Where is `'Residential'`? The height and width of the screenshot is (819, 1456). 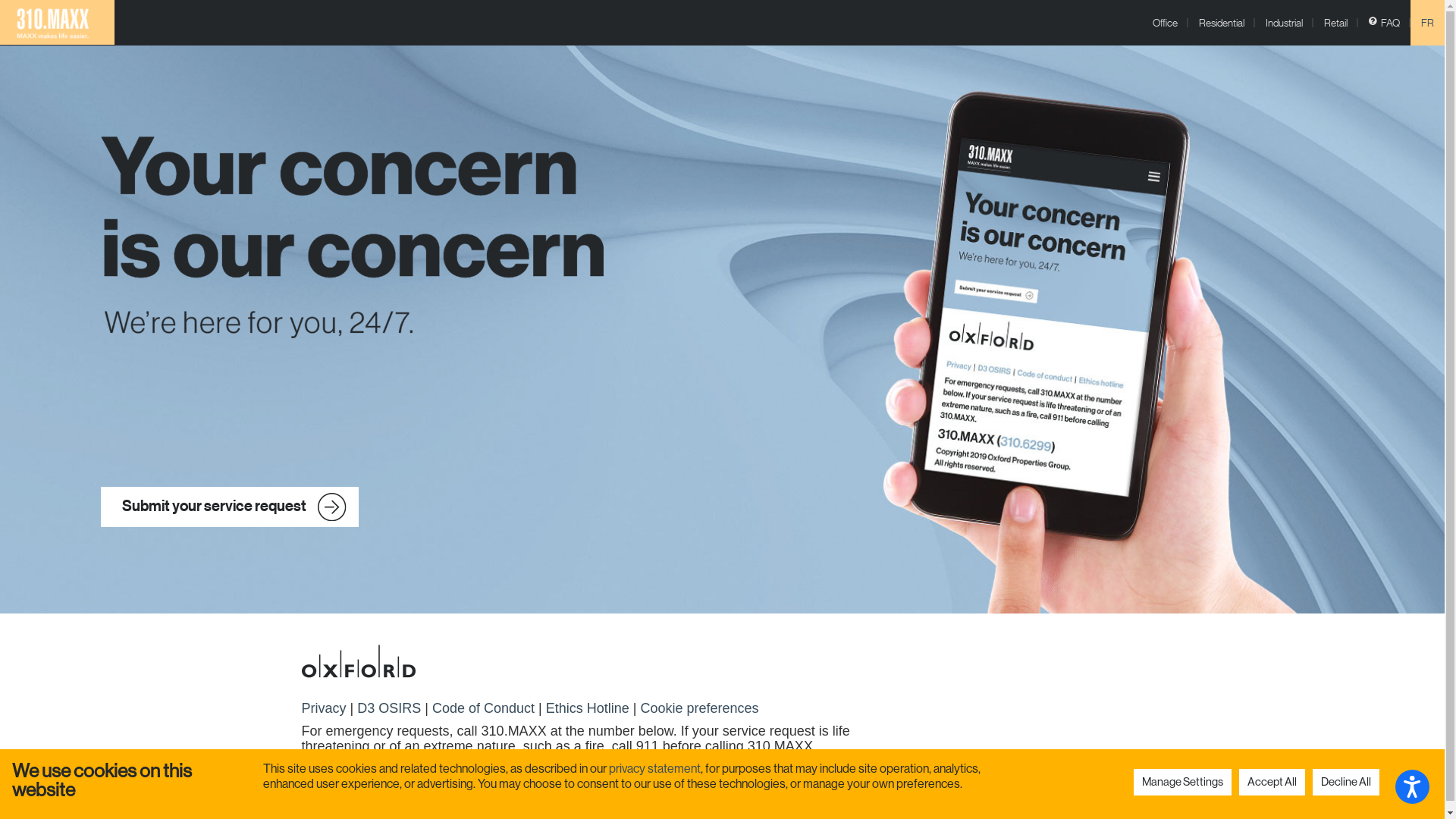 'Residential' is located at coordinates (1187, 23).